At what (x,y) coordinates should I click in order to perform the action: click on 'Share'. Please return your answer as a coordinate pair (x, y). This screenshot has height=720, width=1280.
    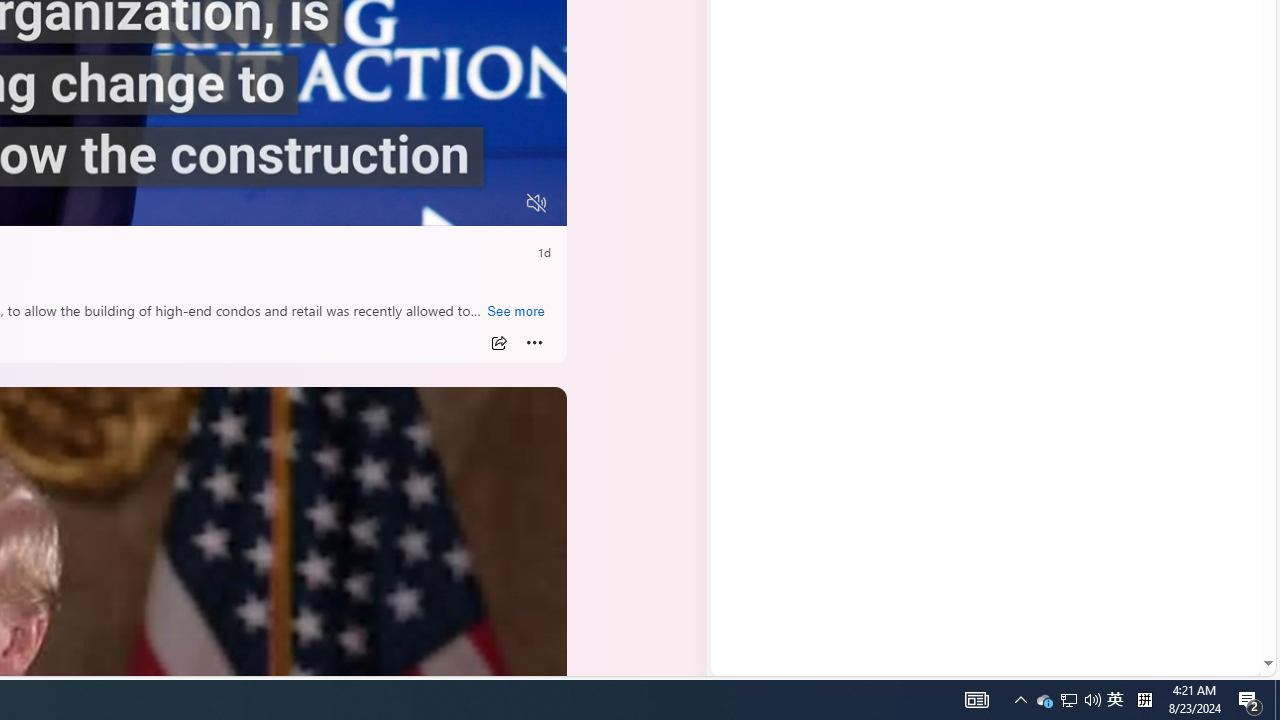
    Looking at the image, I should click on (498, 342).